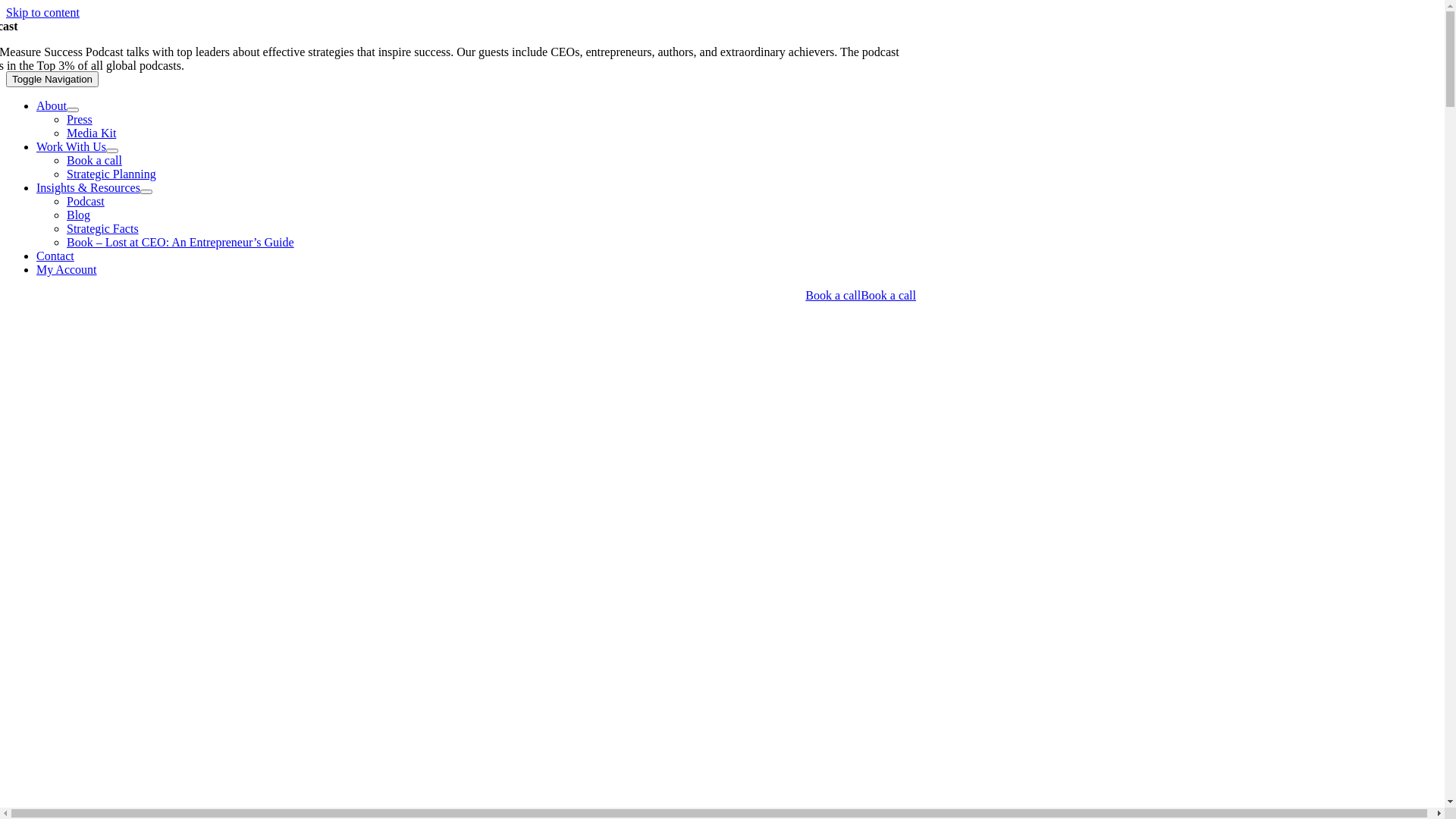 The height and width of the screenshot is (819, 1456). Describe the element at coordinates (51, 105) in the screenshot. I see `'About'` at that location.